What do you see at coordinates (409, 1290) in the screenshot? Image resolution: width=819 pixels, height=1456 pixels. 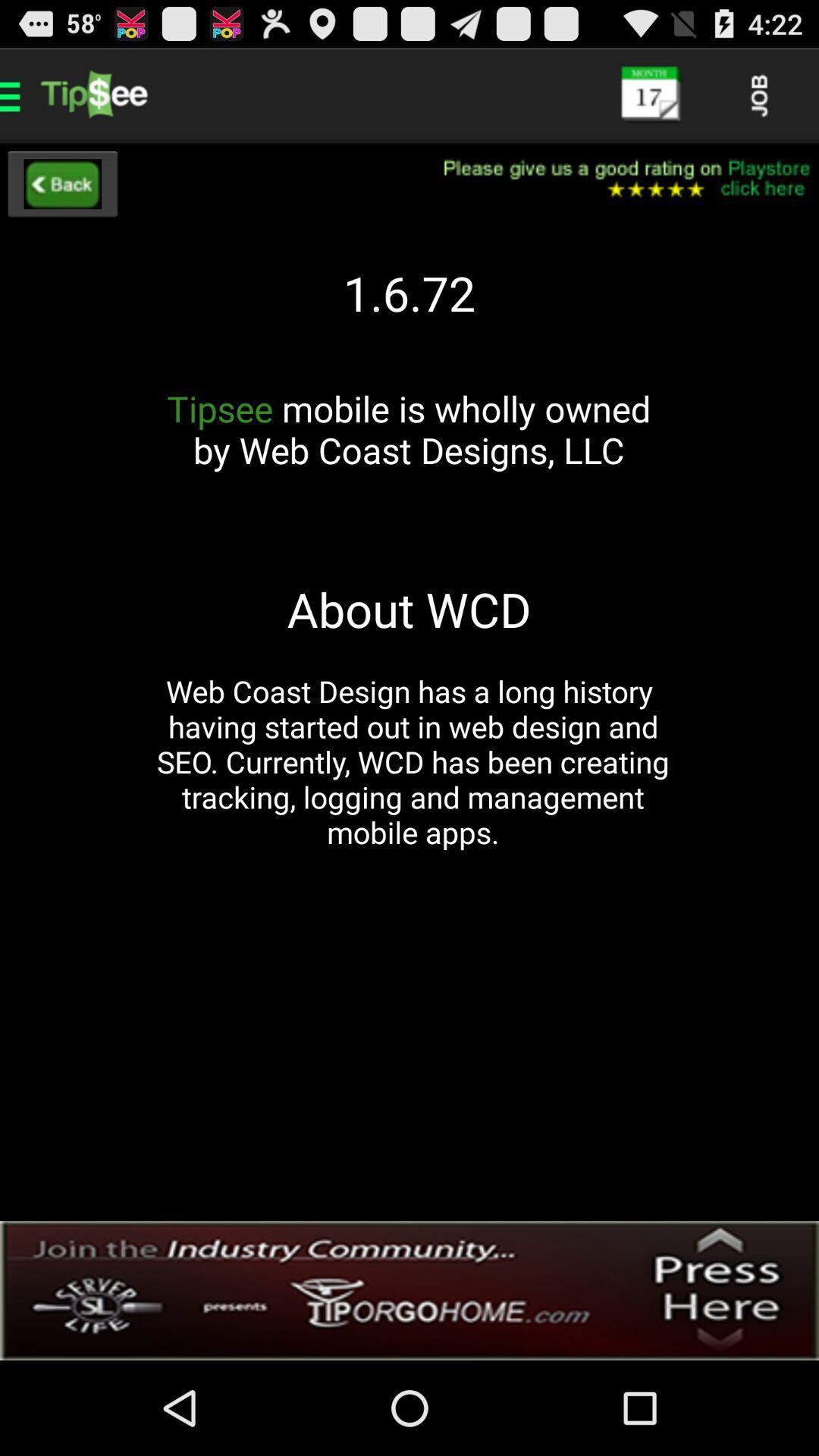 I see `icon below the web coast design icon` at bounding box center [409, 1290].